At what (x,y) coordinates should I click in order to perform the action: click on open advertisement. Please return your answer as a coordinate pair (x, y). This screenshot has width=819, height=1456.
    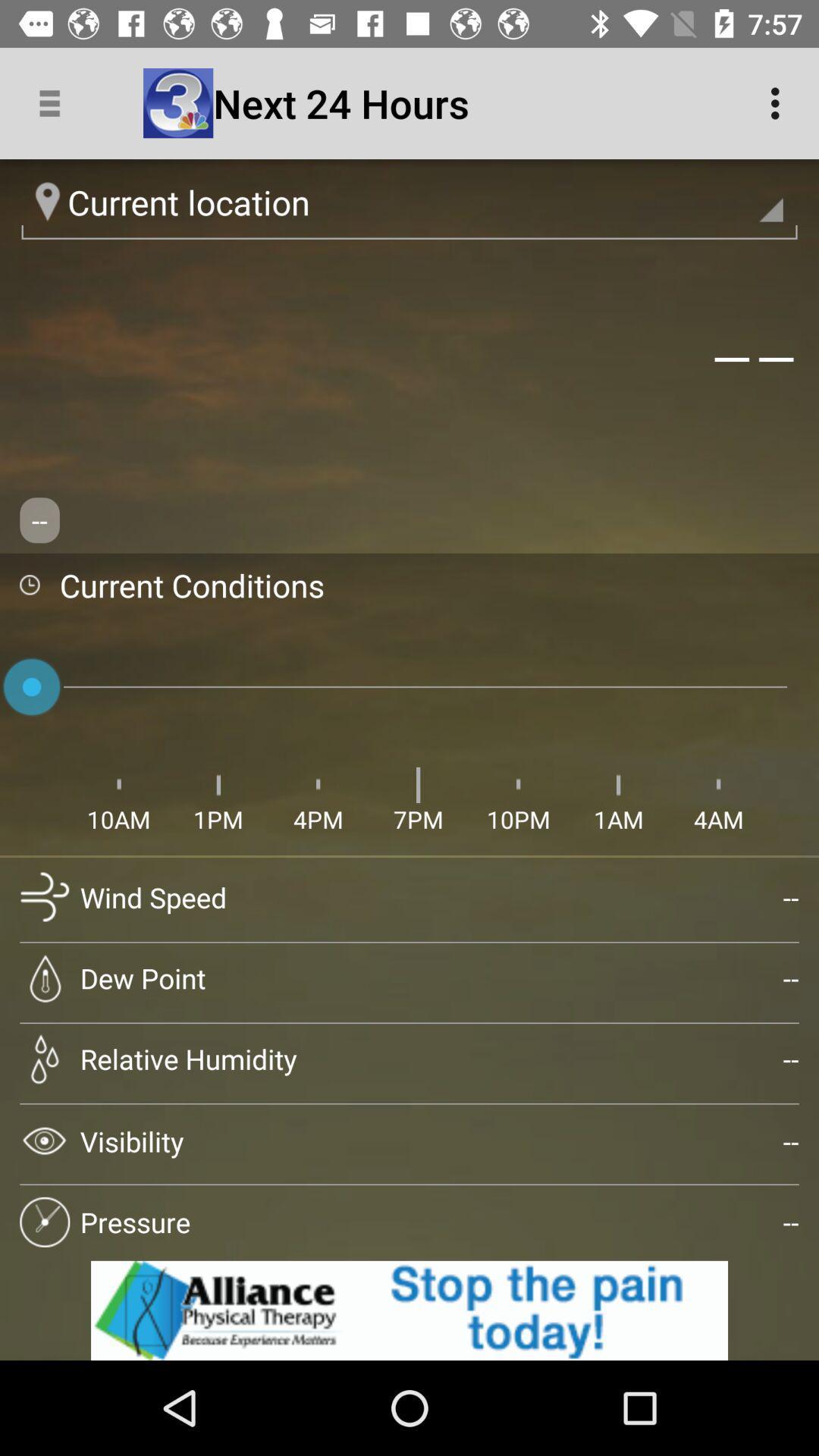
    Looking at the image, I should click on (409, 1310).